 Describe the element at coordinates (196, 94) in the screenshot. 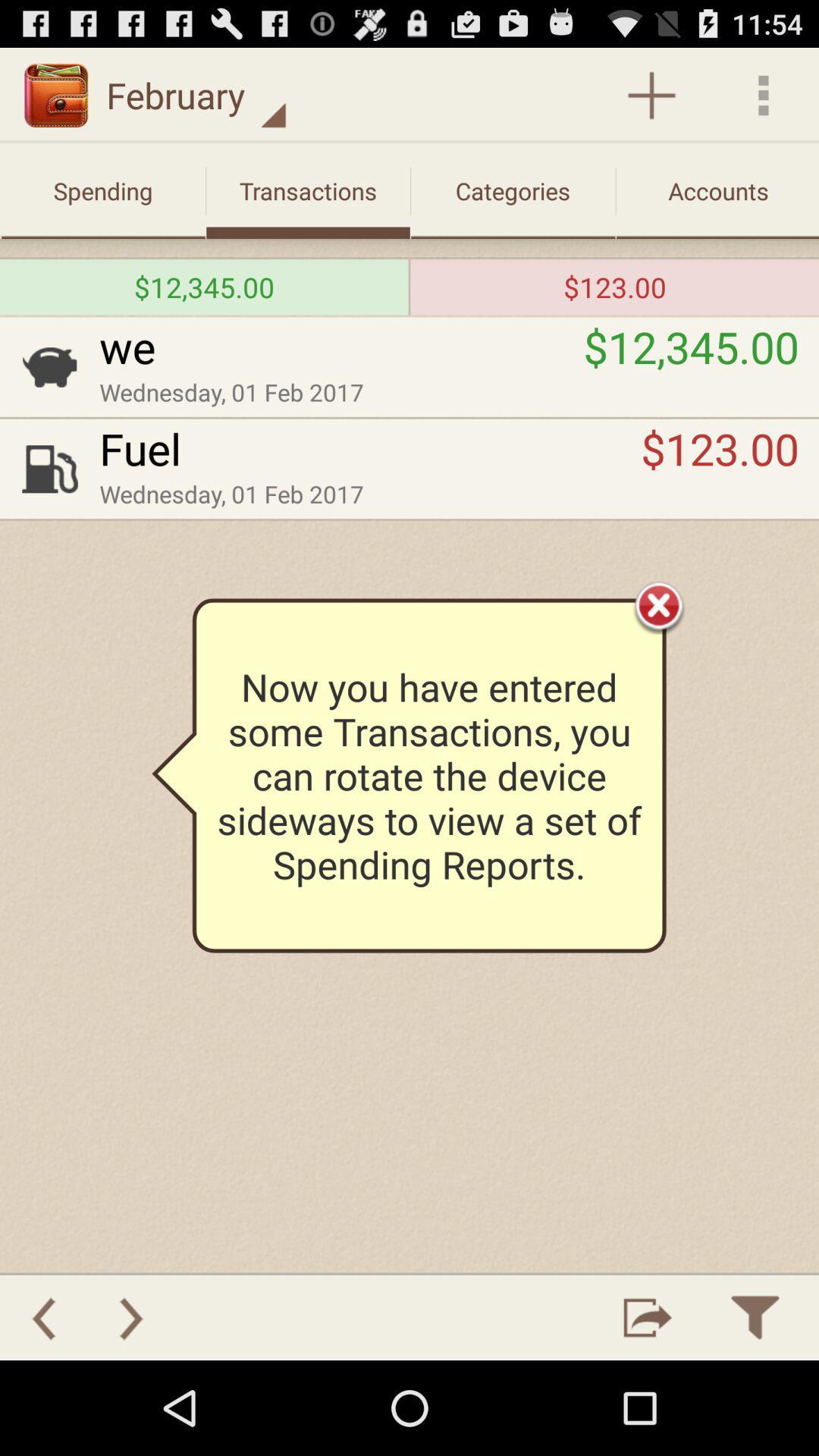

I see `the february button` at that location.